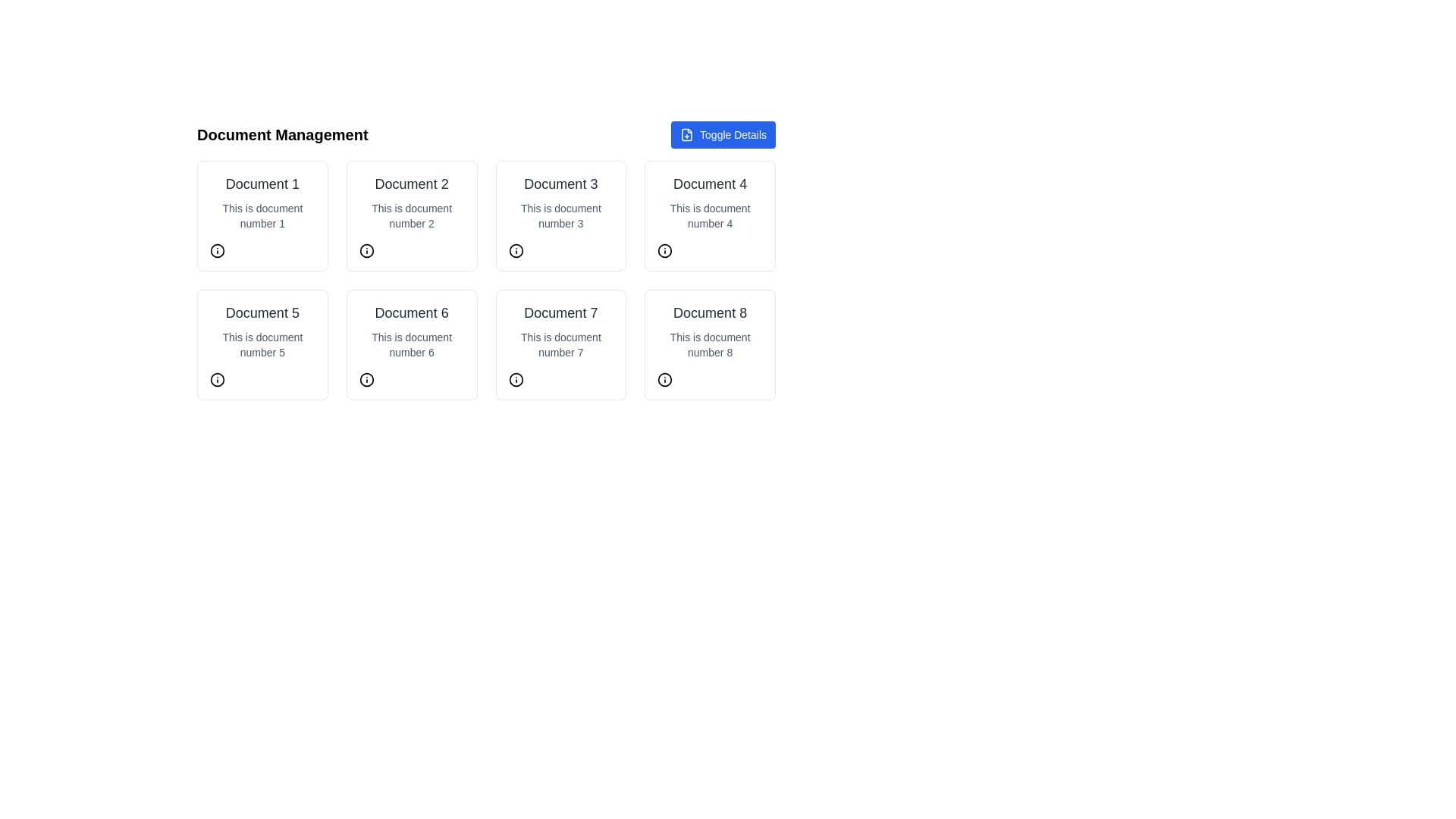  What do you see at coordinates (217, 379) in the screenshot?
I see `the 'info' icon associated with 'Document 5', located at the bottom-left corner of its corresponding card` at bounding box center [217, 379].